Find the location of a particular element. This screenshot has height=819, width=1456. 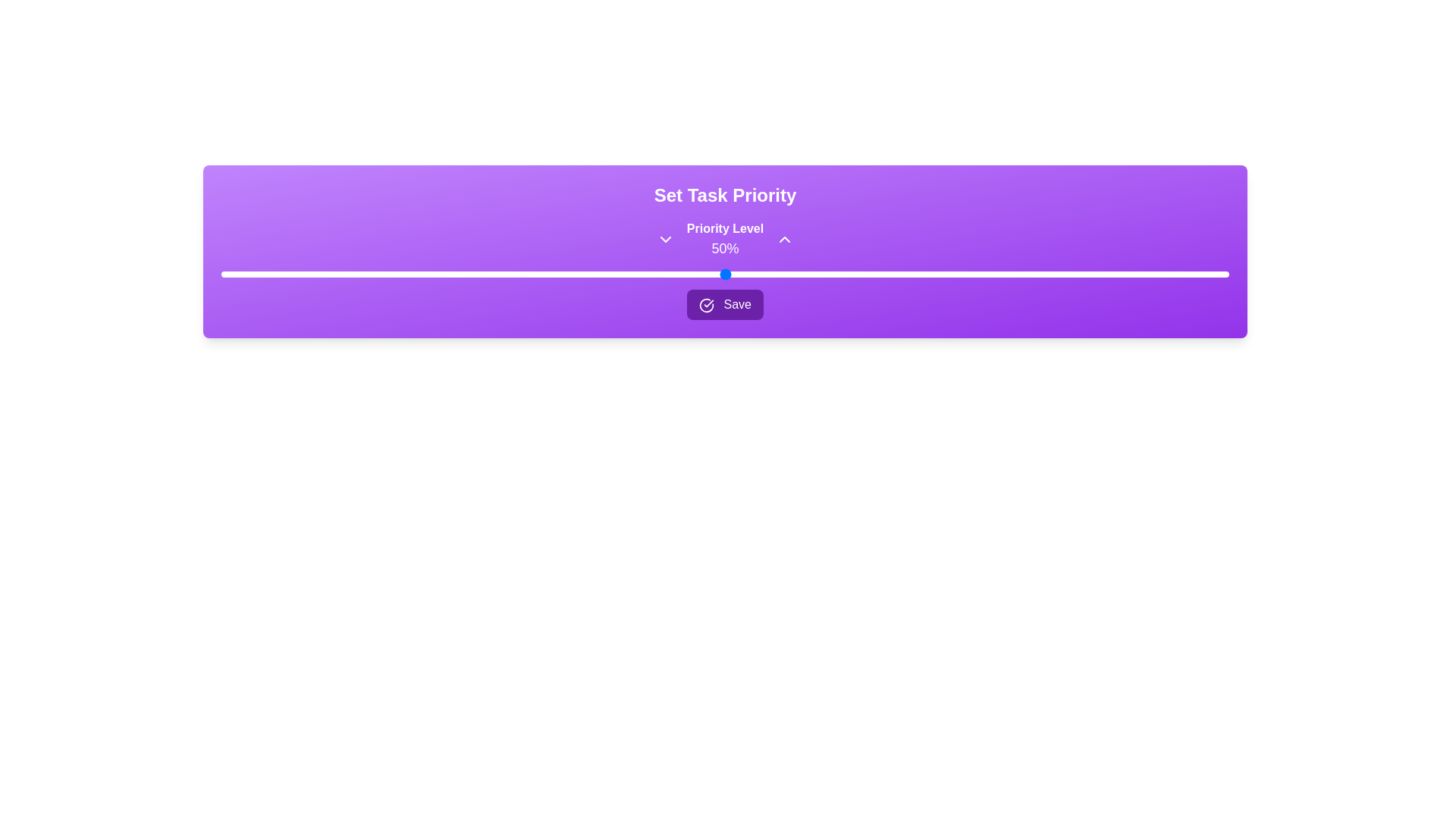

the upward-pointing chevron-shaped icon button located to the right of the text '50%' is located at coordinates (785, 239).